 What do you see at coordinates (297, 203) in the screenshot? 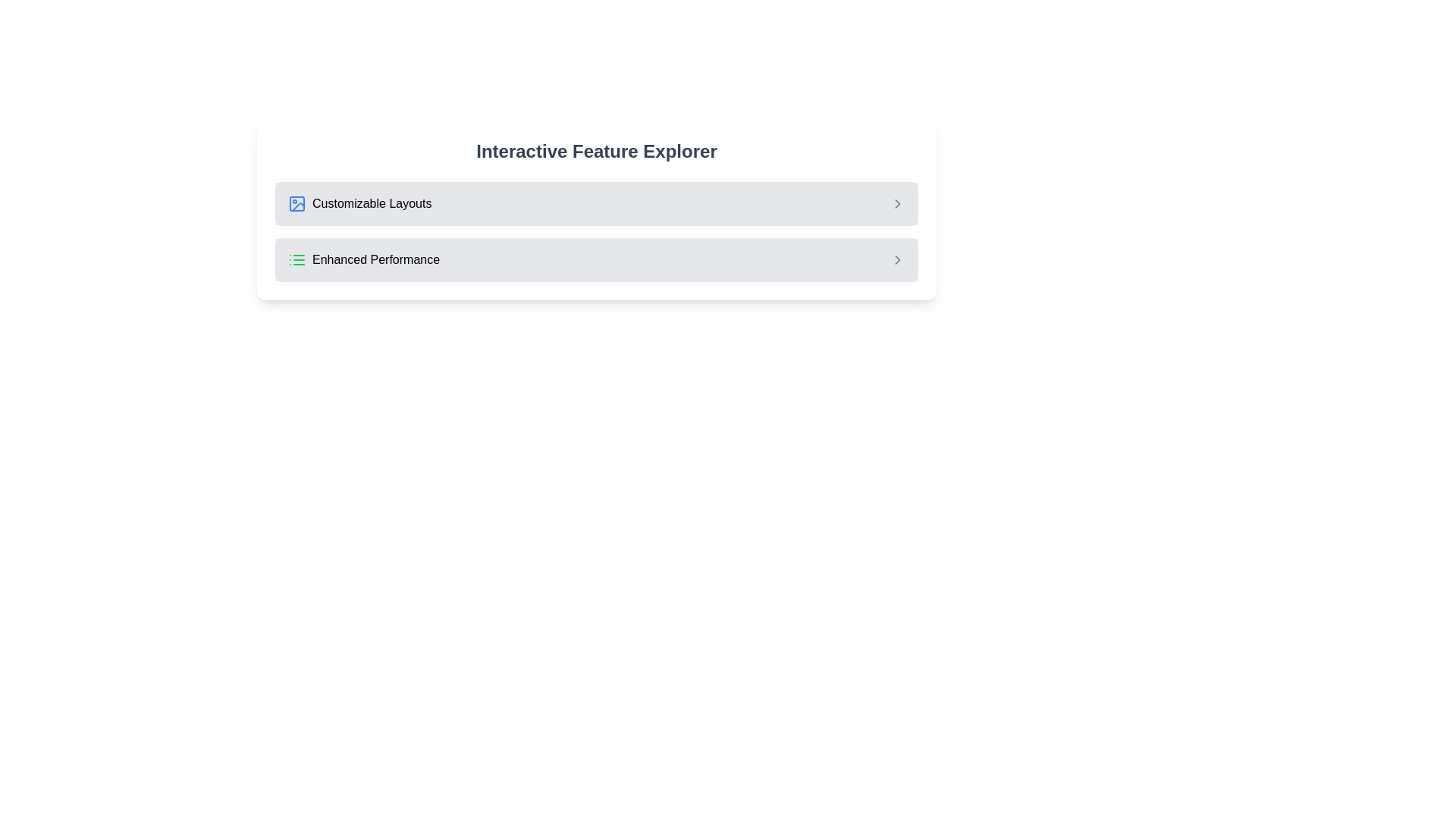
I see `the decorative icon positioned at the top-left of the 'Customizable Layouts' section` at bounding box center [297, 203].